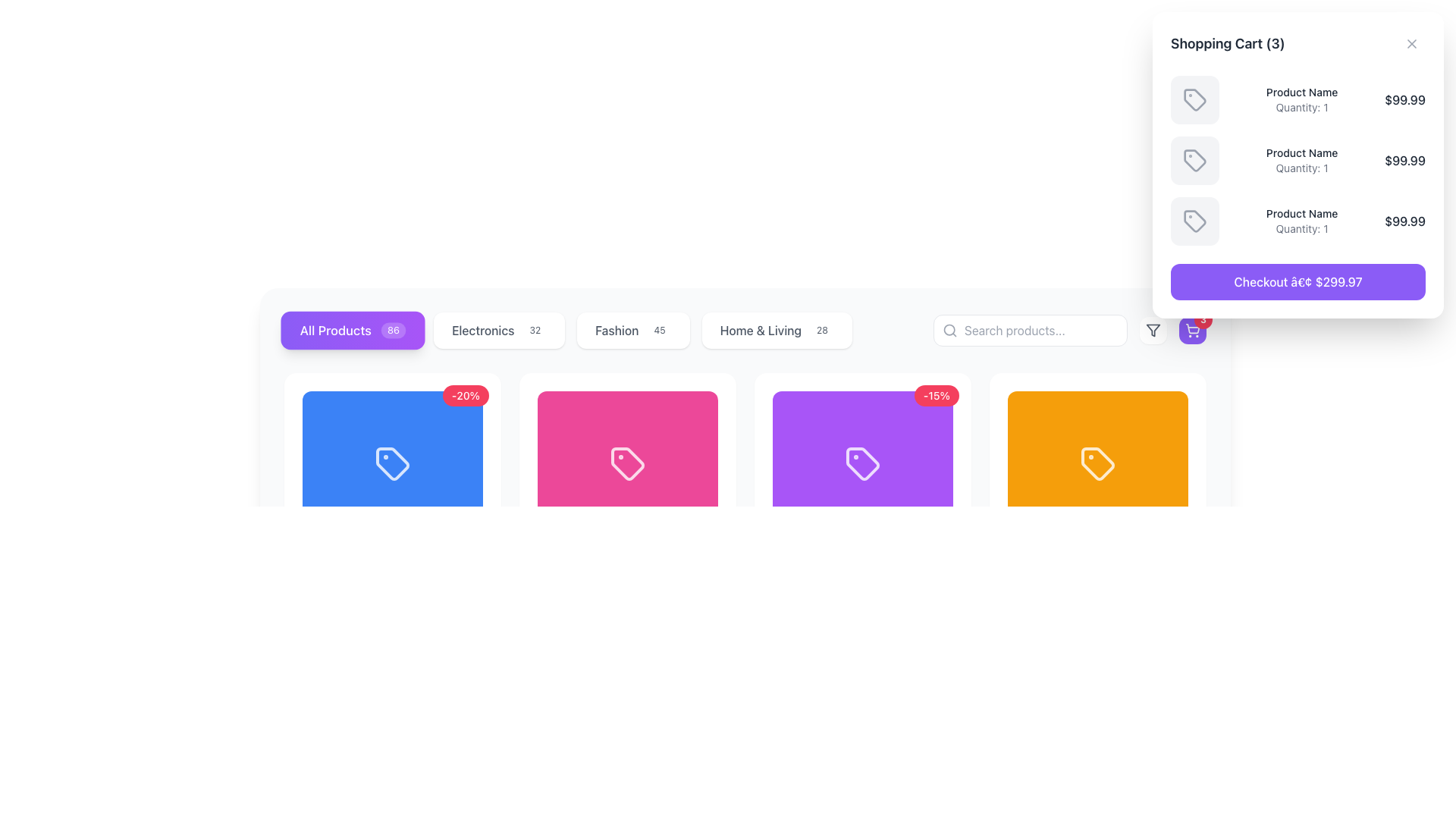 This screenshot has width=1456, height=819. I want to click on the second product entry in the shopping cart, which displays the product name, quantity, and price, located in the top-right corner of the interface, so click(1298, 161).